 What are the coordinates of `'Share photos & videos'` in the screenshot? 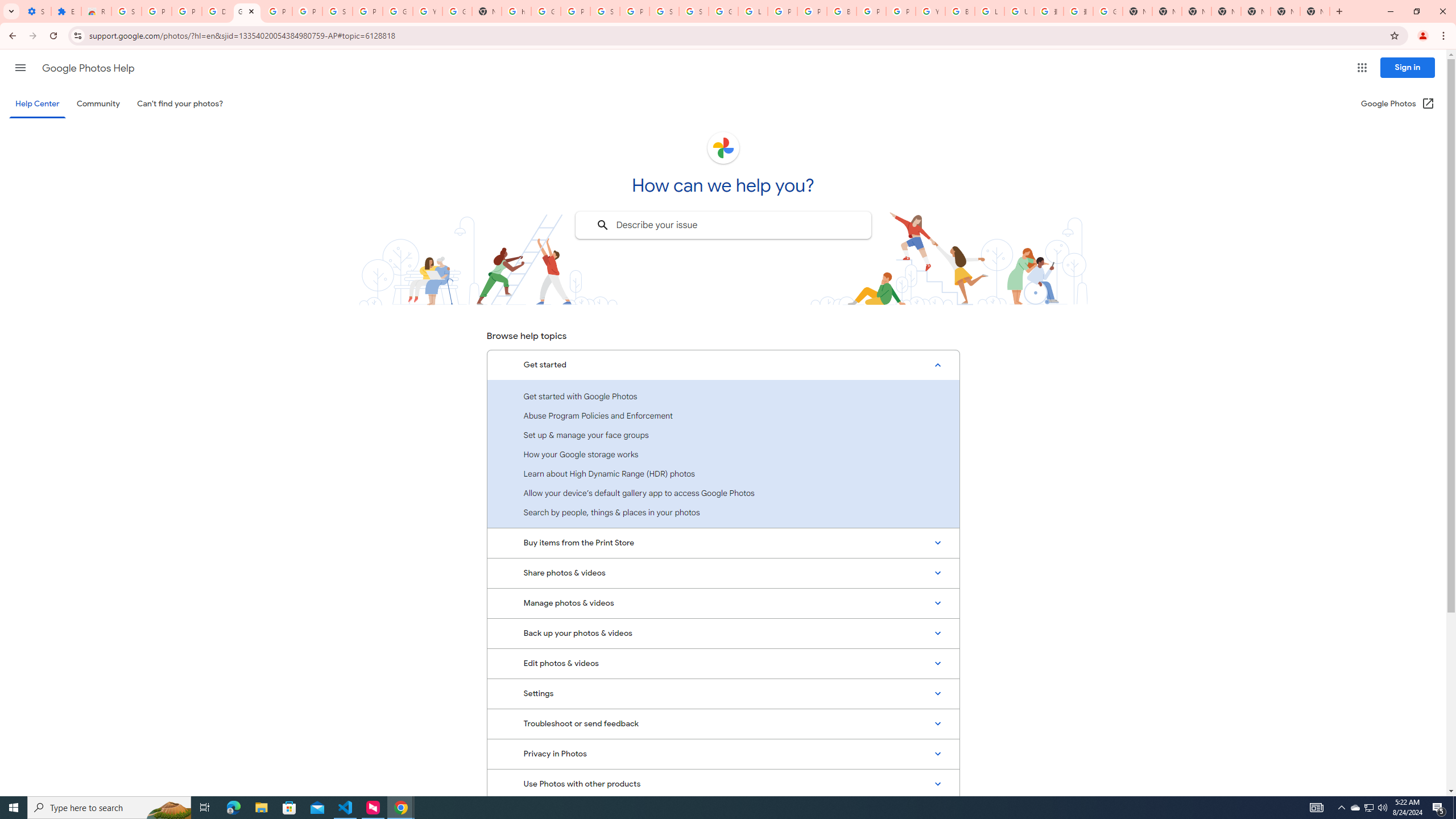 It's located at (723, 573).